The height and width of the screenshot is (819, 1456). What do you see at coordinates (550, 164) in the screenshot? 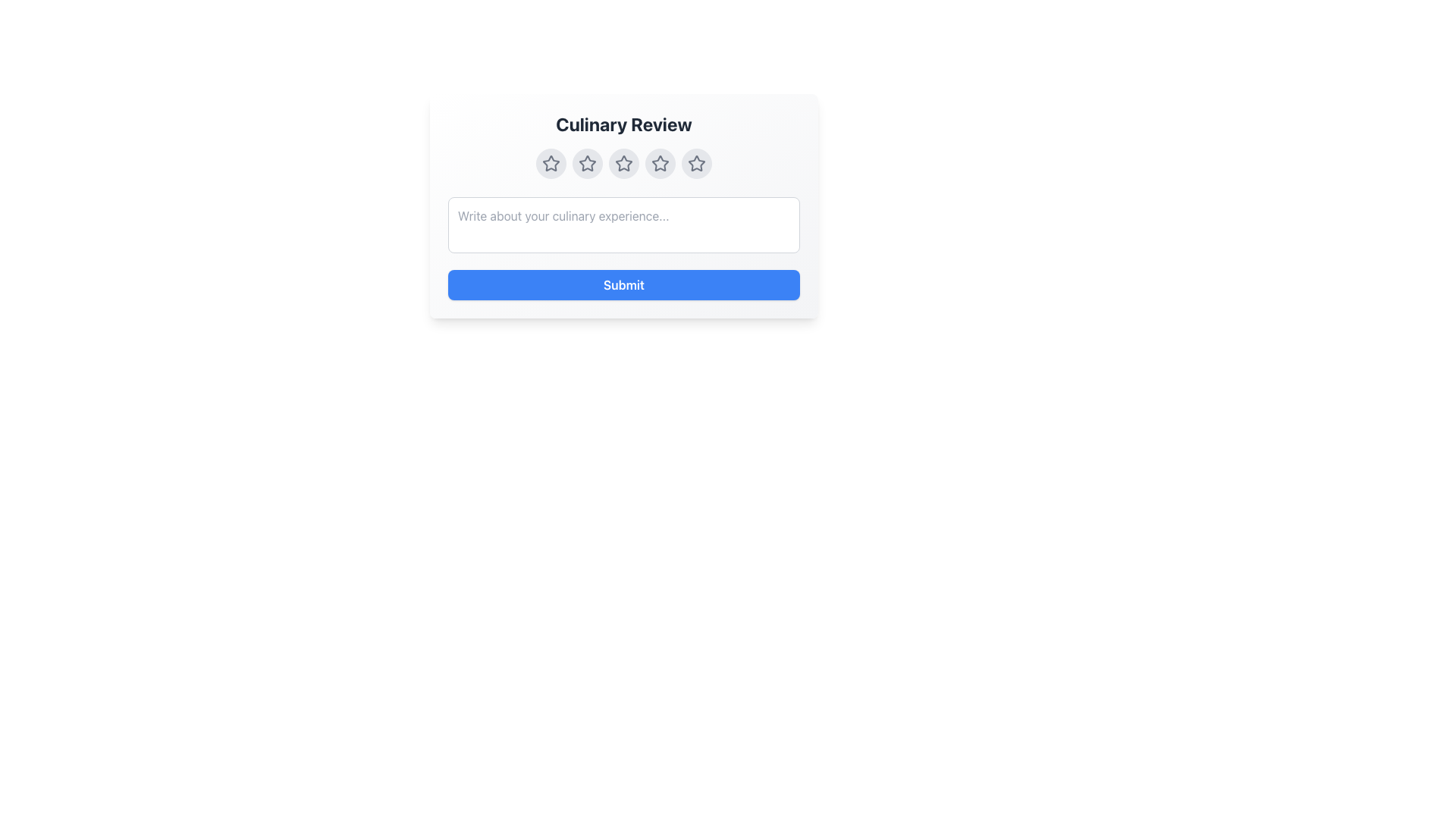
I see `the first circular rating button with a star icon below the 'Culinary Review' title` at bounding box center [550, 164].